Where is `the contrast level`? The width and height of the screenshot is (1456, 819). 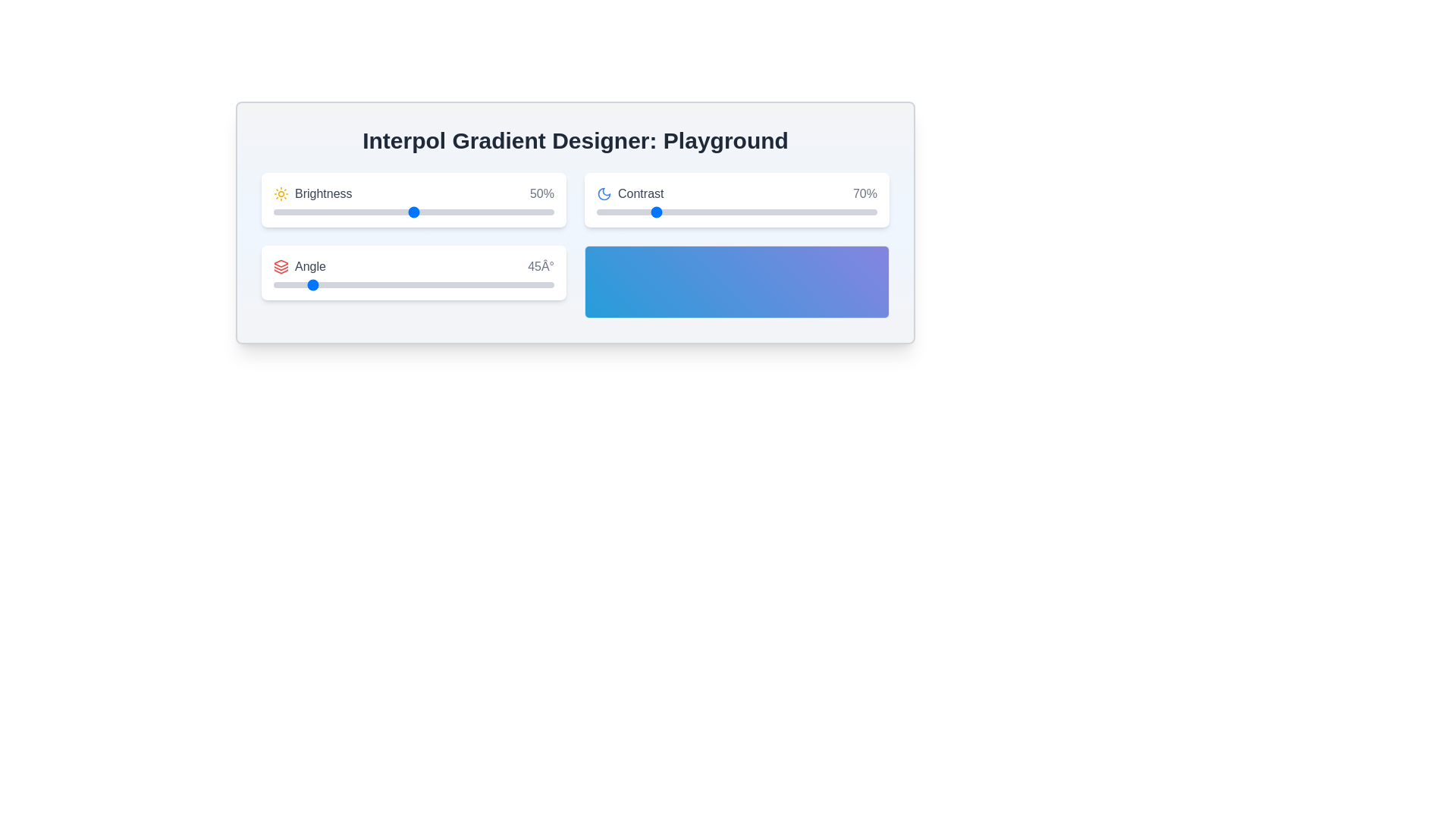
the contrast level is located at coordinates (787, 212).